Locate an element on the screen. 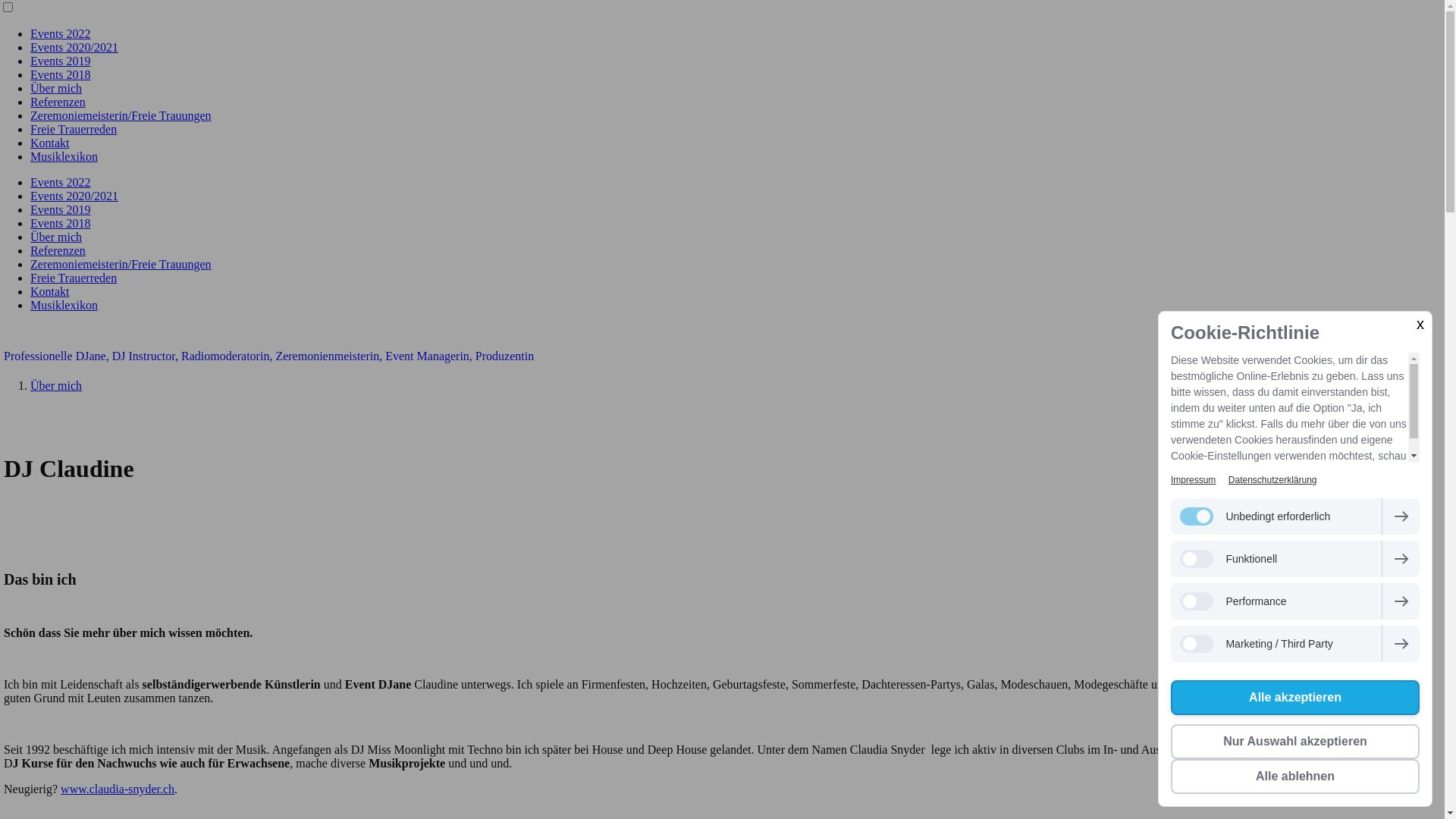 This screenshot has width=1456, height=819. 'Events 2018' is located at coordinates (61, 223).